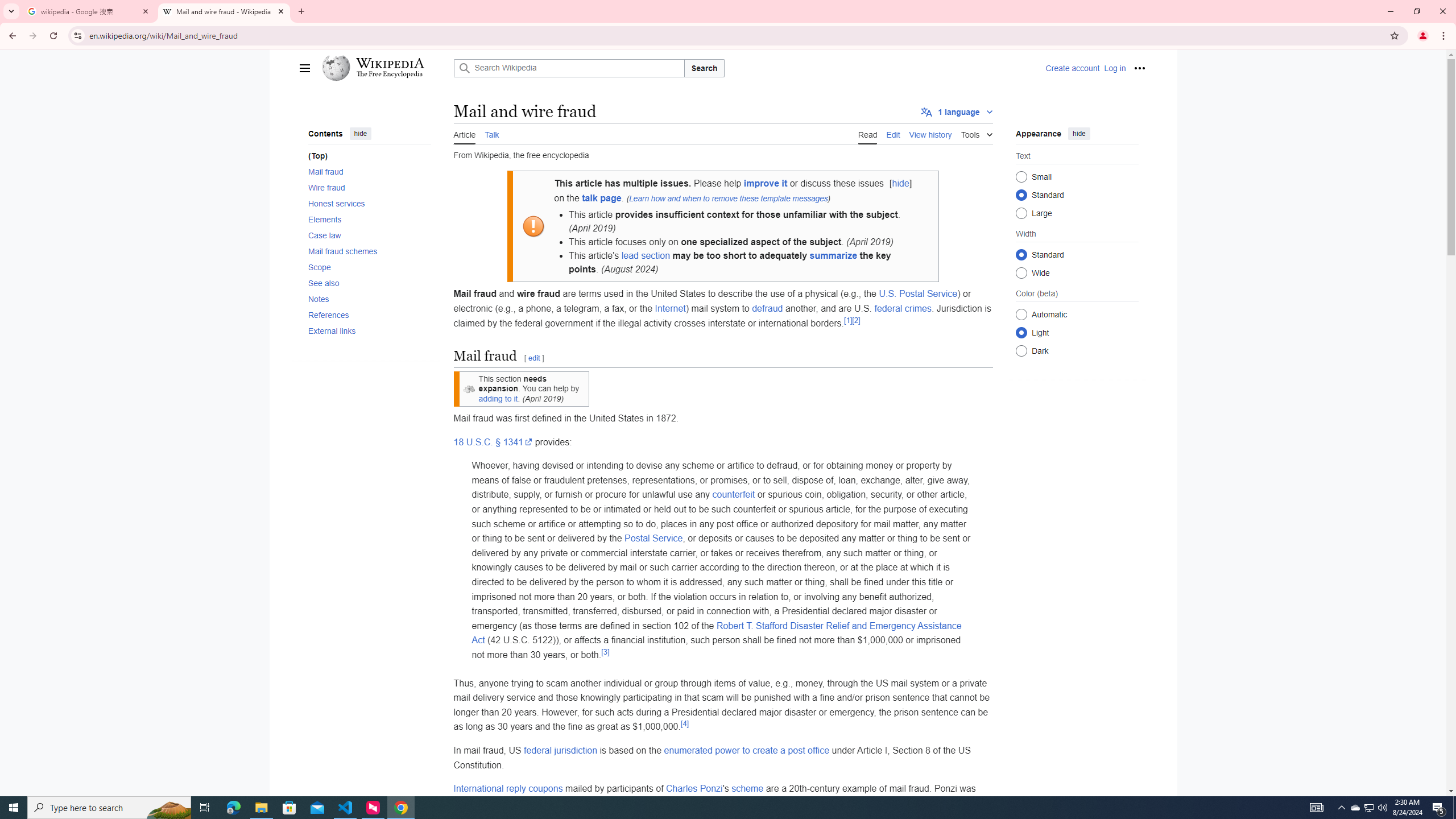  Describe the element at coordinates (747, 788) in the screenshot. I see `'scheme'` at that location.